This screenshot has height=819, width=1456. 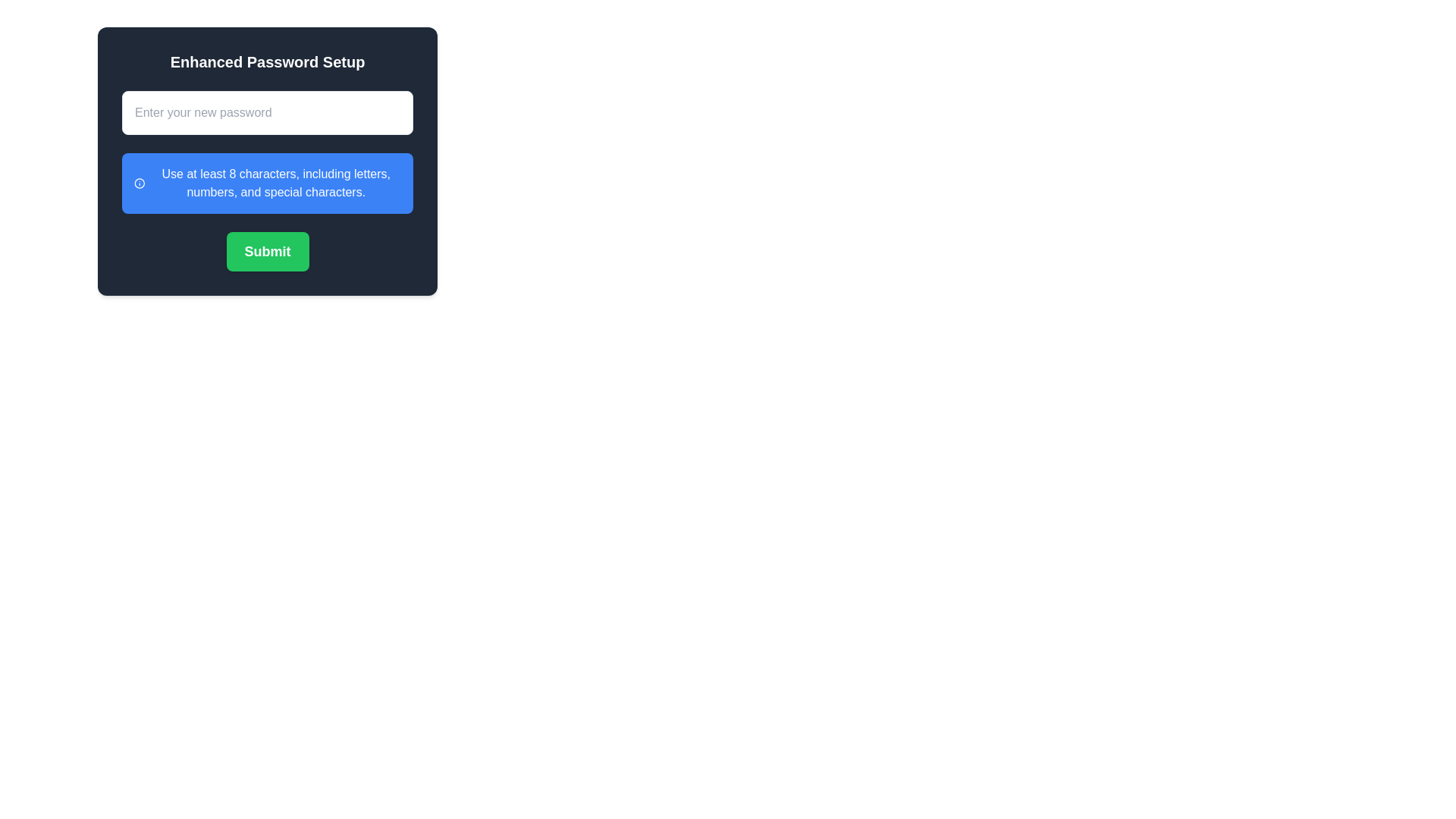 What do you see at coordinates (267, 61) in the screenshot?
I see `the 'Enhanced Password Setup' text label for accessibility by moving to its center point` at bounding box center [267, 61].